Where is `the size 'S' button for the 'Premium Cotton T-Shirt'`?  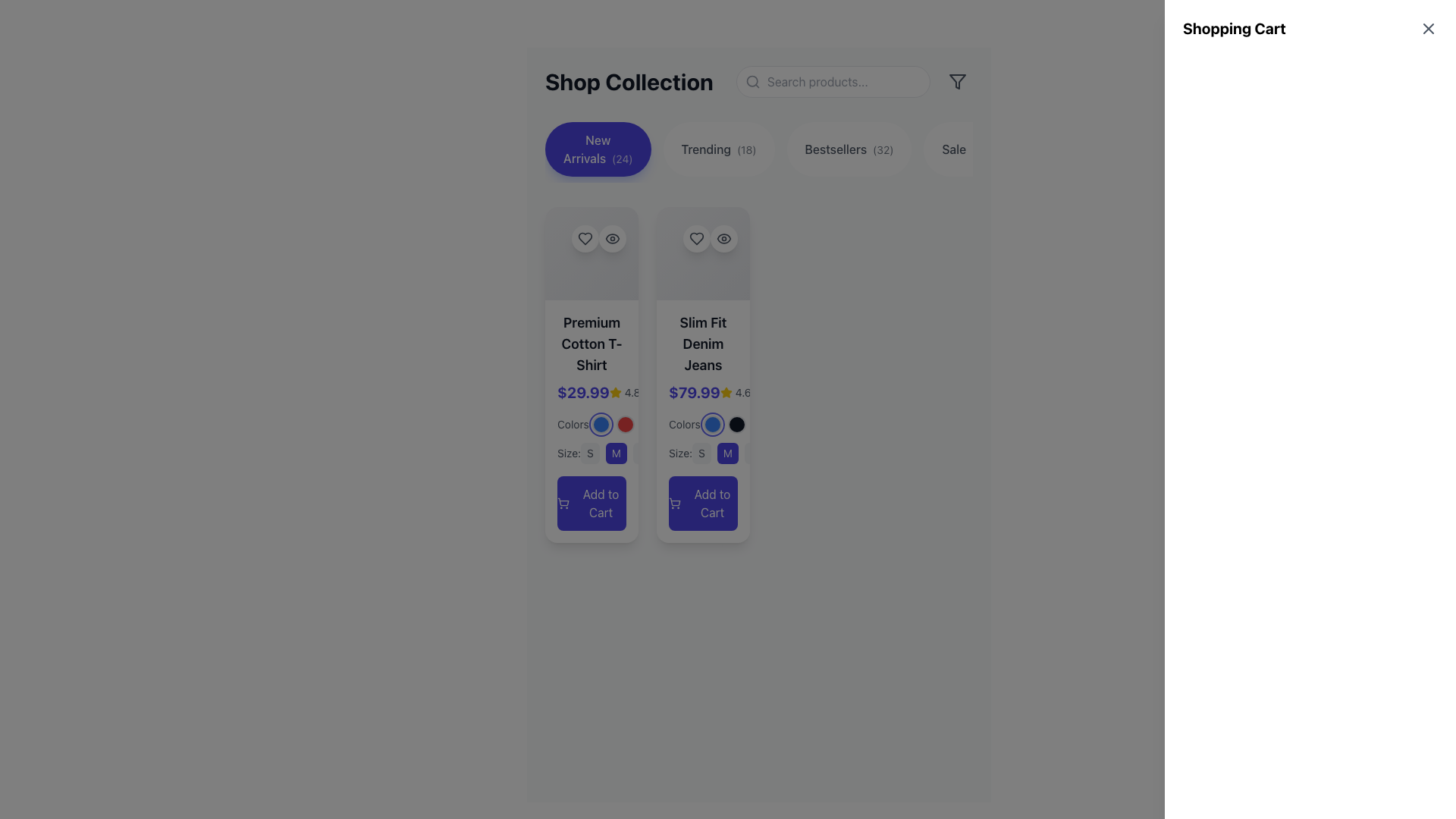
the size 'S' button for the 'Premium Cotton T-Shirt' is located at coordinates (589, 452).